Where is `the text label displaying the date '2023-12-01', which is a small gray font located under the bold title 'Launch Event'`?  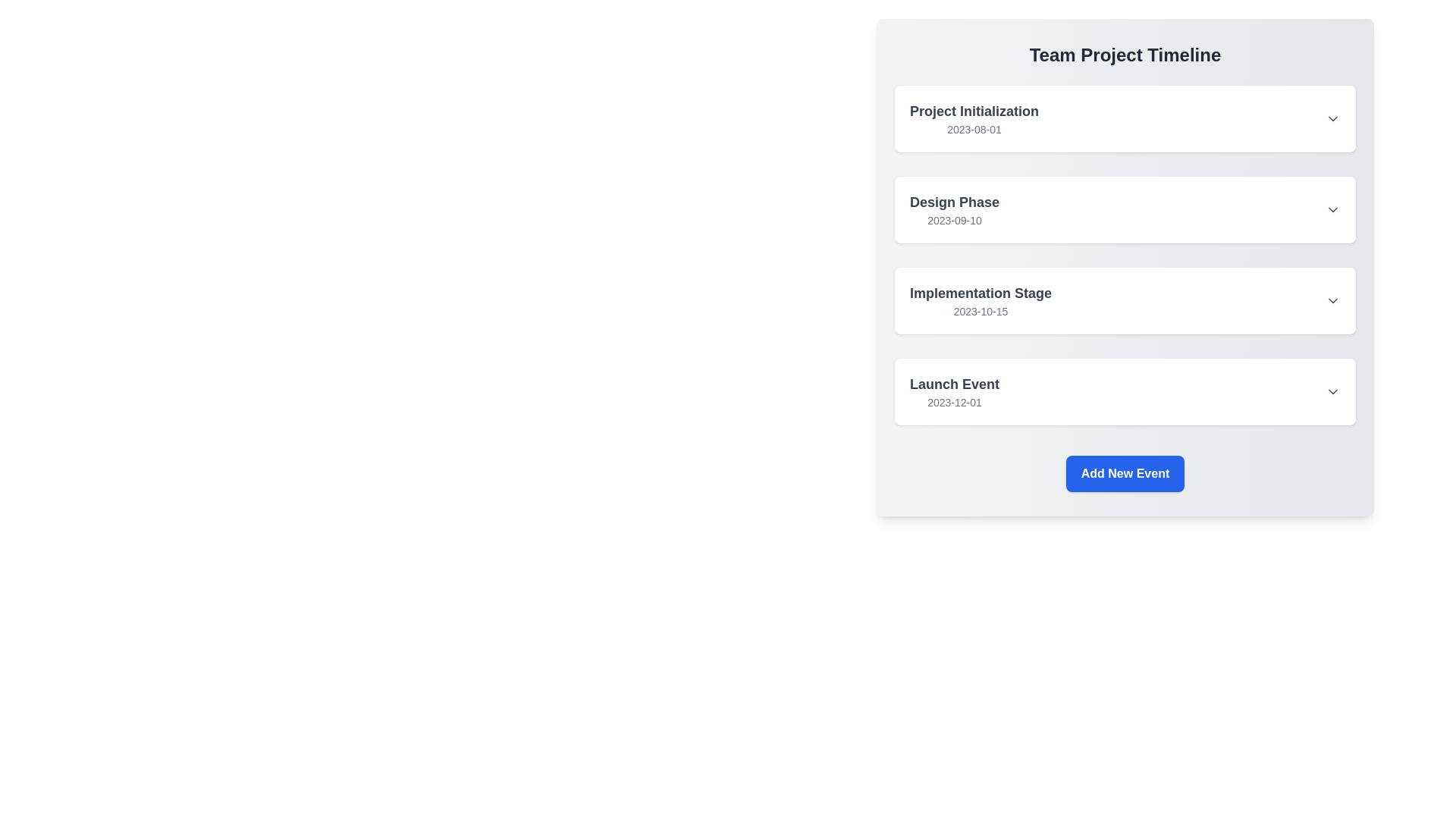 the text label displaying the date '2023-12-01', which is a small gray font located under the bold title 'Launch Event' is located at coordinates (953, 402).